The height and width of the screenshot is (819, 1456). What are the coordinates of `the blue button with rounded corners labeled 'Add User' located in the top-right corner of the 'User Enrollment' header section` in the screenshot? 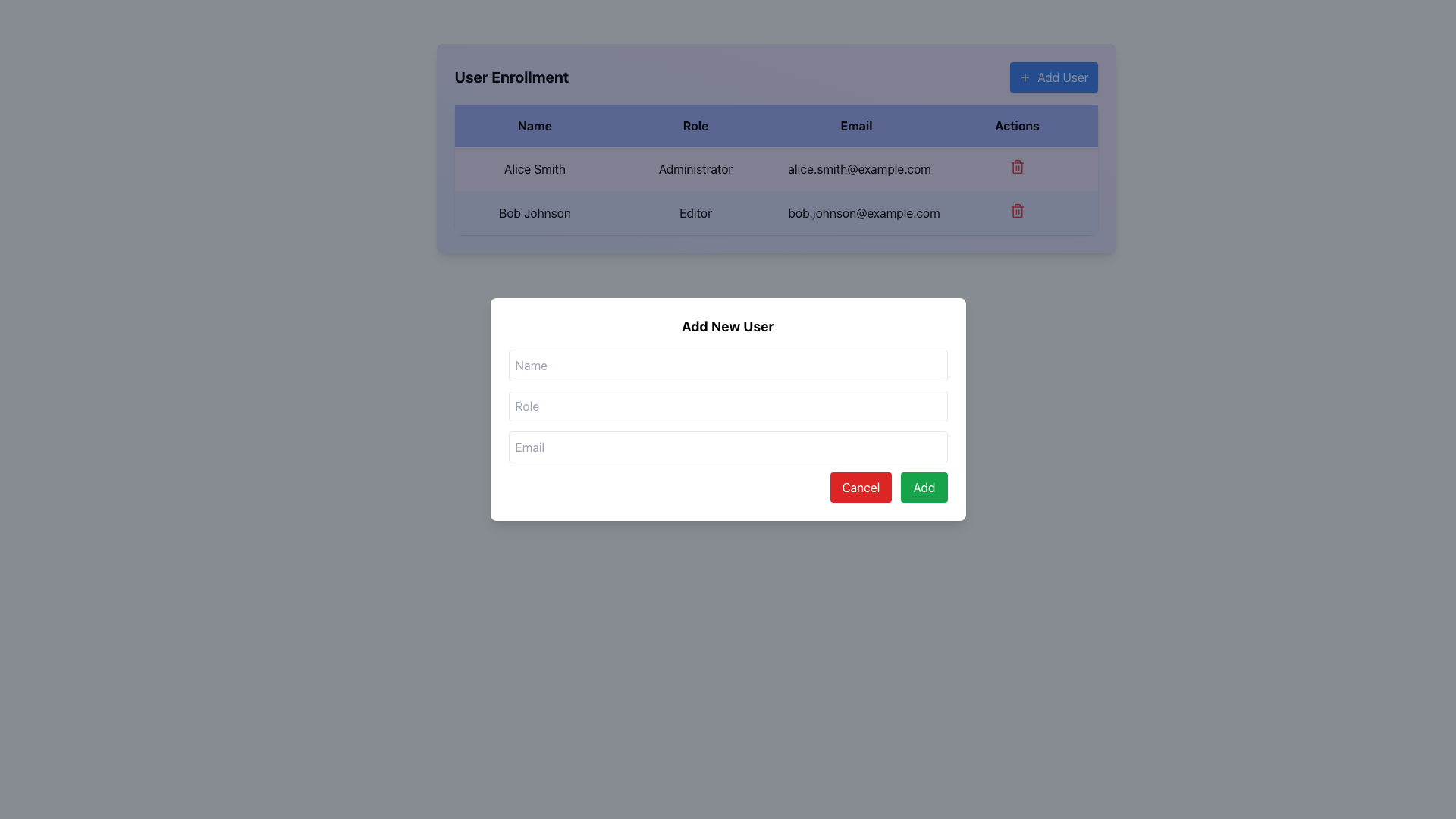 It's located at (1053, 77).